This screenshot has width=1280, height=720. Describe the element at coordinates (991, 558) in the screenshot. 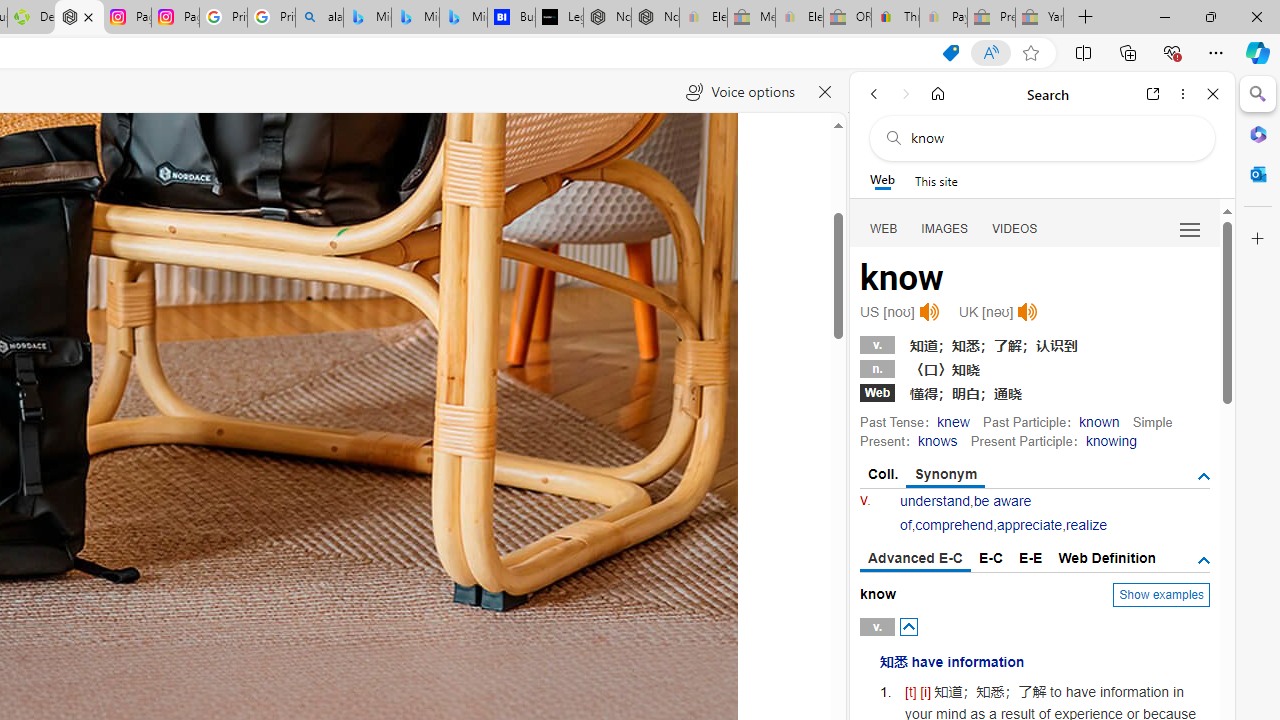

I see `'E-C'` at that location.